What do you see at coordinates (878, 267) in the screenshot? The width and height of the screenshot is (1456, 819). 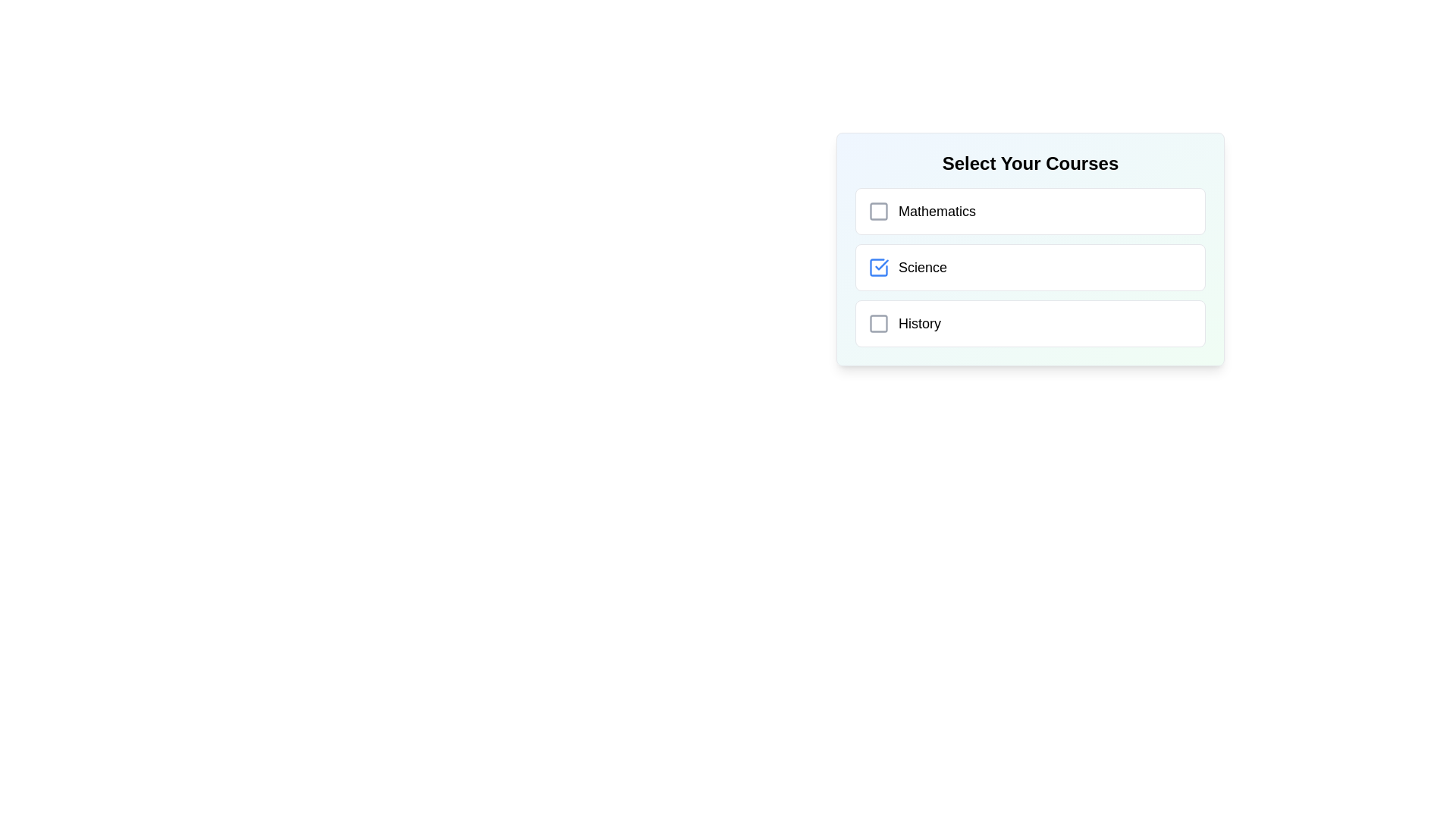 I see `the checkbox for the 'Science' option in the 'Select Your Courses' menu, which is the second item in the list` at bounding box center [878, 267].